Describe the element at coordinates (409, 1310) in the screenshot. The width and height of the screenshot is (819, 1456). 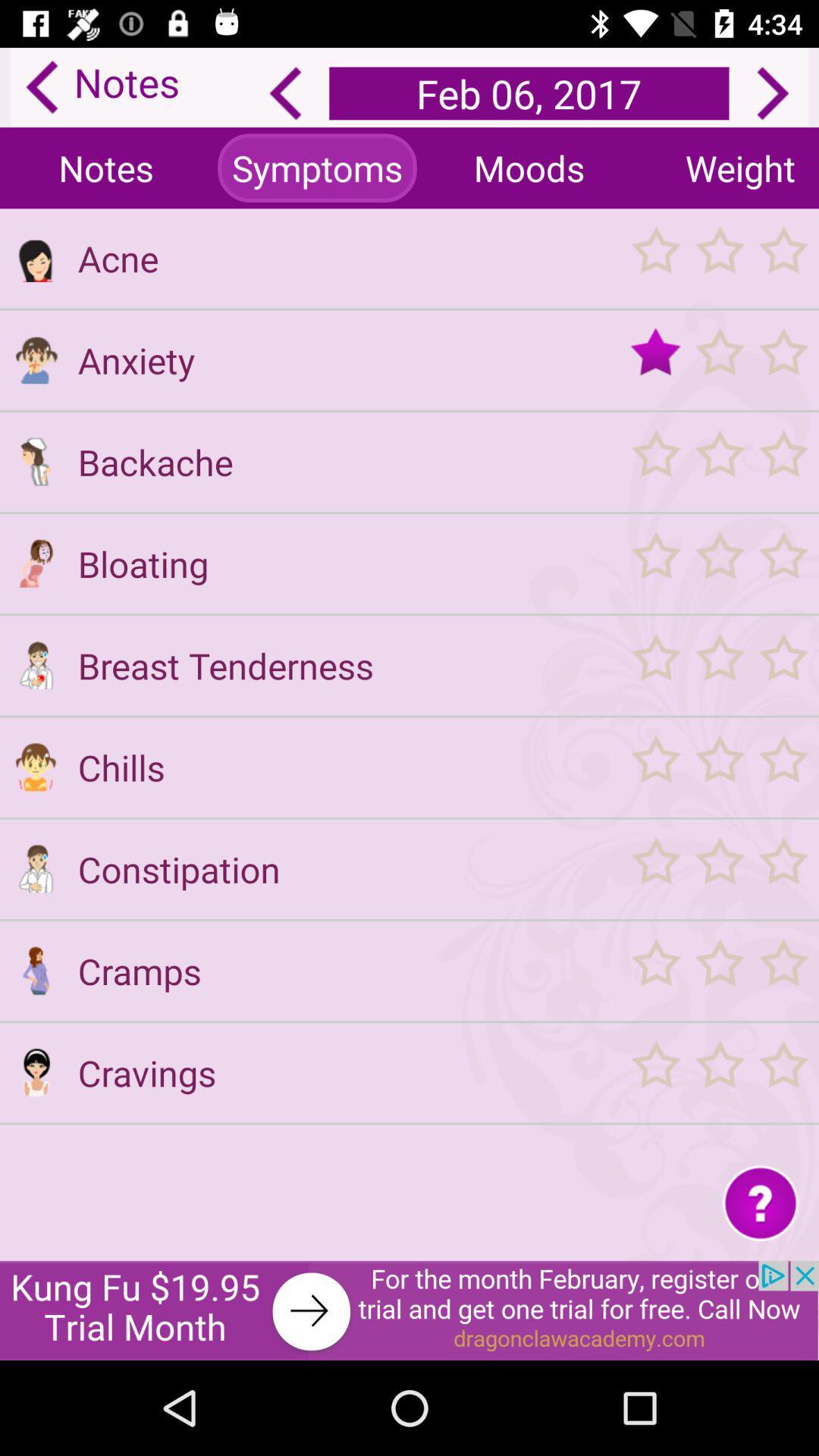
I see `advertisement page` at that location.